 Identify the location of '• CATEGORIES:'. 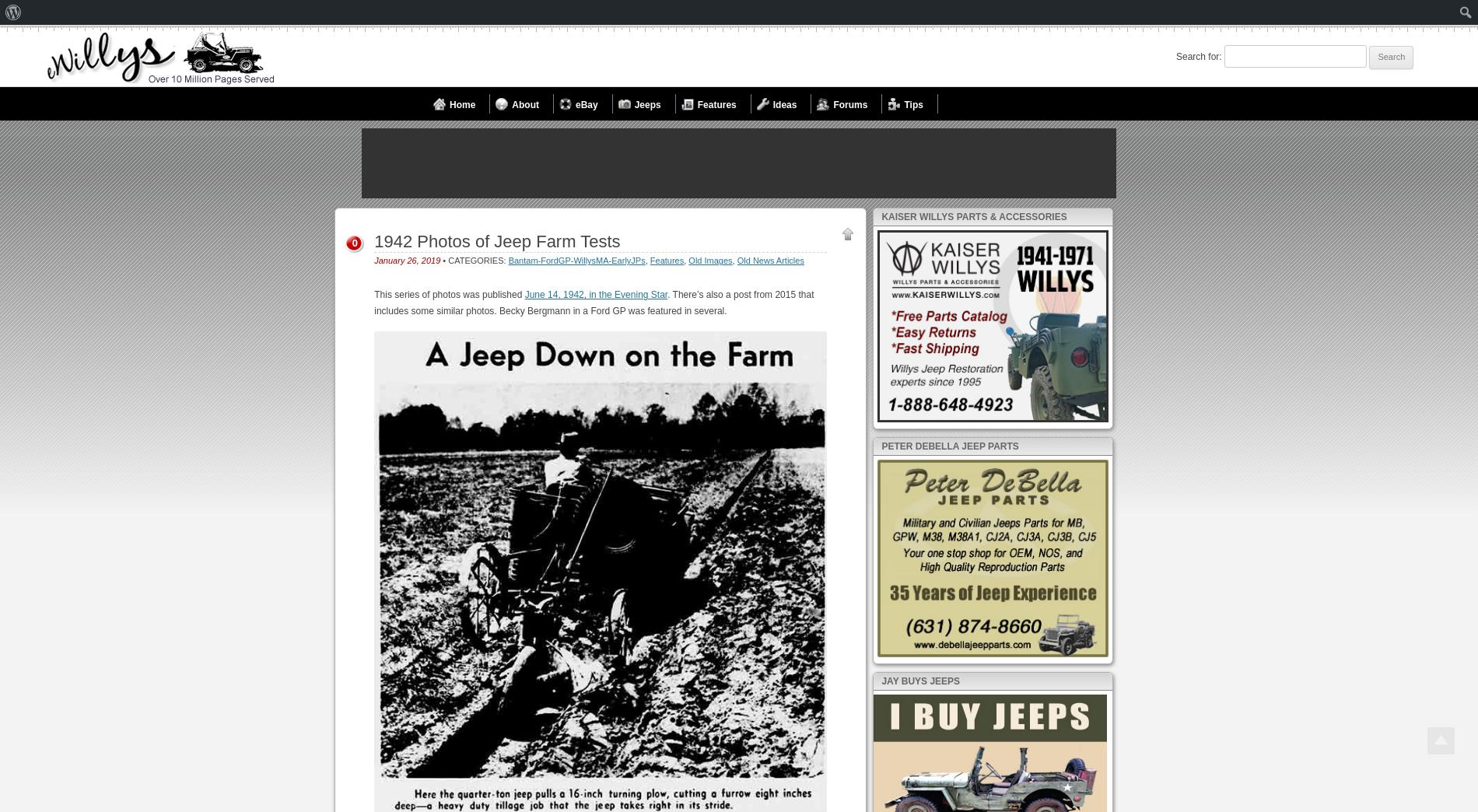
(440, 261).